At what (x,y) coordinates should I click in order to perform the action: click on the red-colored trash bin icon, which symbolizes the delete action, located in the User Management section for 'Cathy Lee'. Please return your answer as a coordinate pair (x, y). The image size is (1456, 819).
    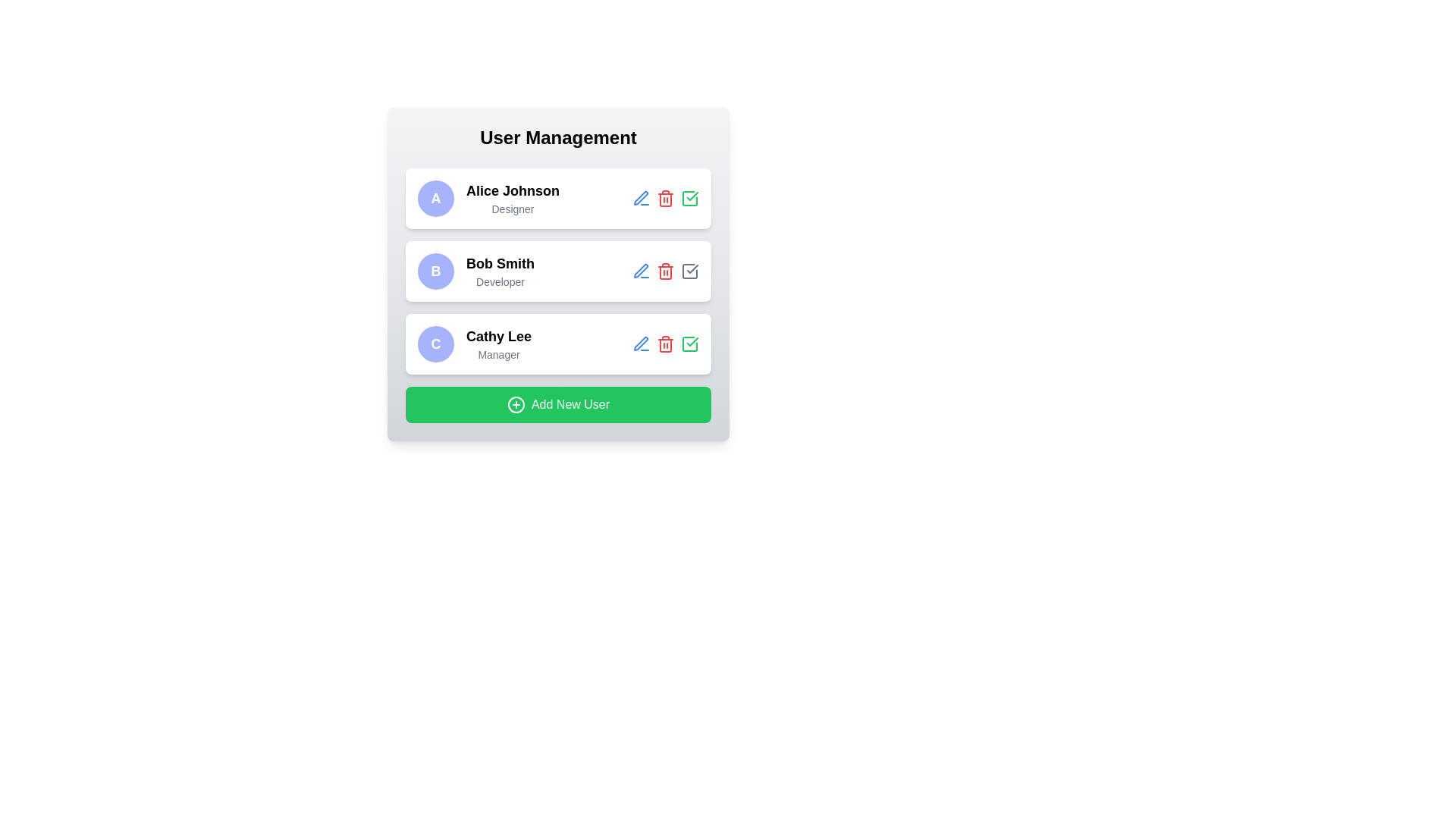
    Looking at the image, I should click on (666, 344).